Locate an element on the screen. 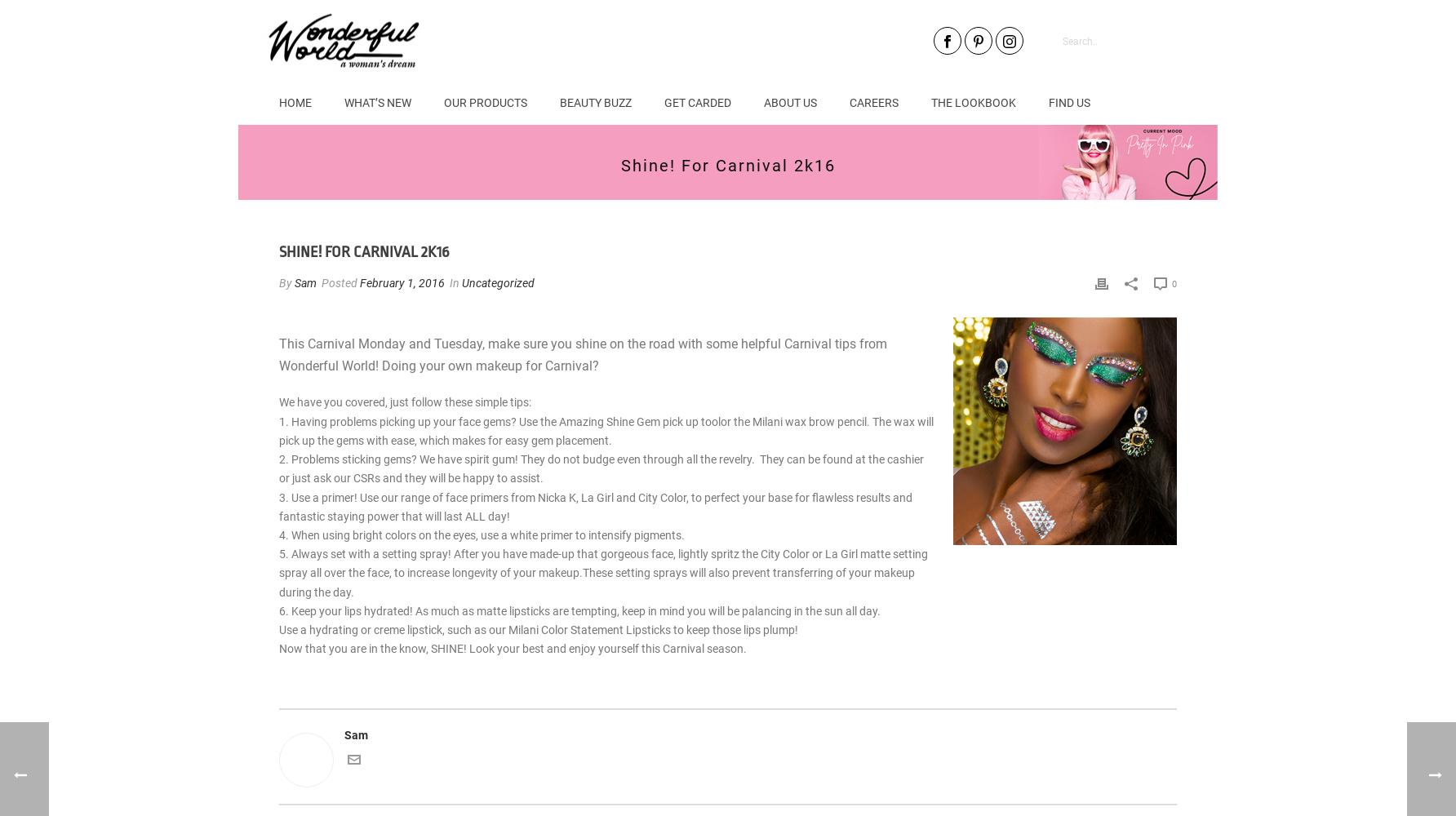 The width and height of the screenshot is (1456, 816). '2. Problems sticking gems? We have spirit gum! They do not budge even through all the revelry.  They can be found at the cashier or just ask our CSRs and they will be happy to assist.' is located at coordinates (601, 468).